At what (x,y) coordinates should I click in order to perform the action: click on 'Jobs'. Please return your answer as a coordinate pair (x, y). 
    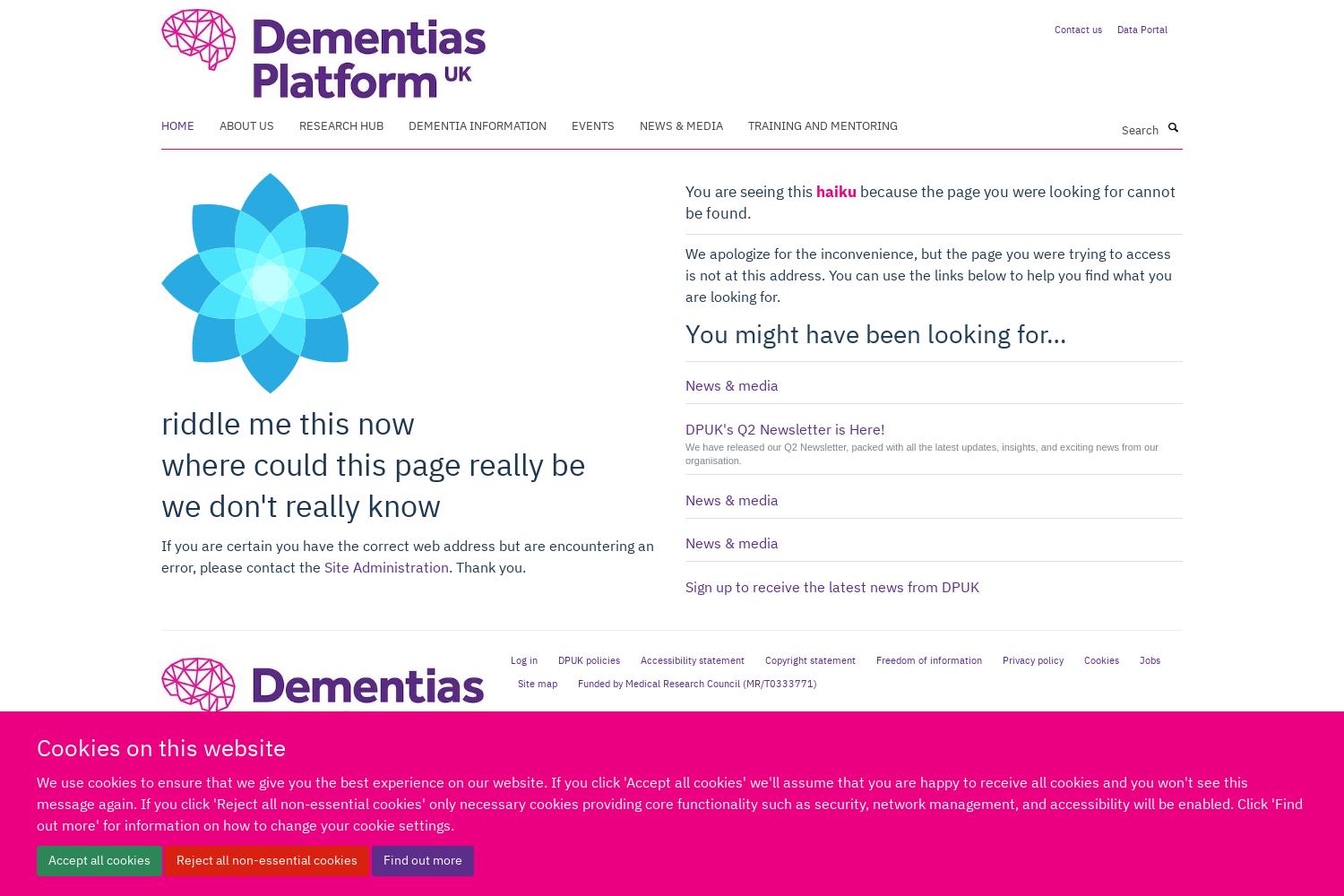
    Looking at the image, I should click on (1138, 659).